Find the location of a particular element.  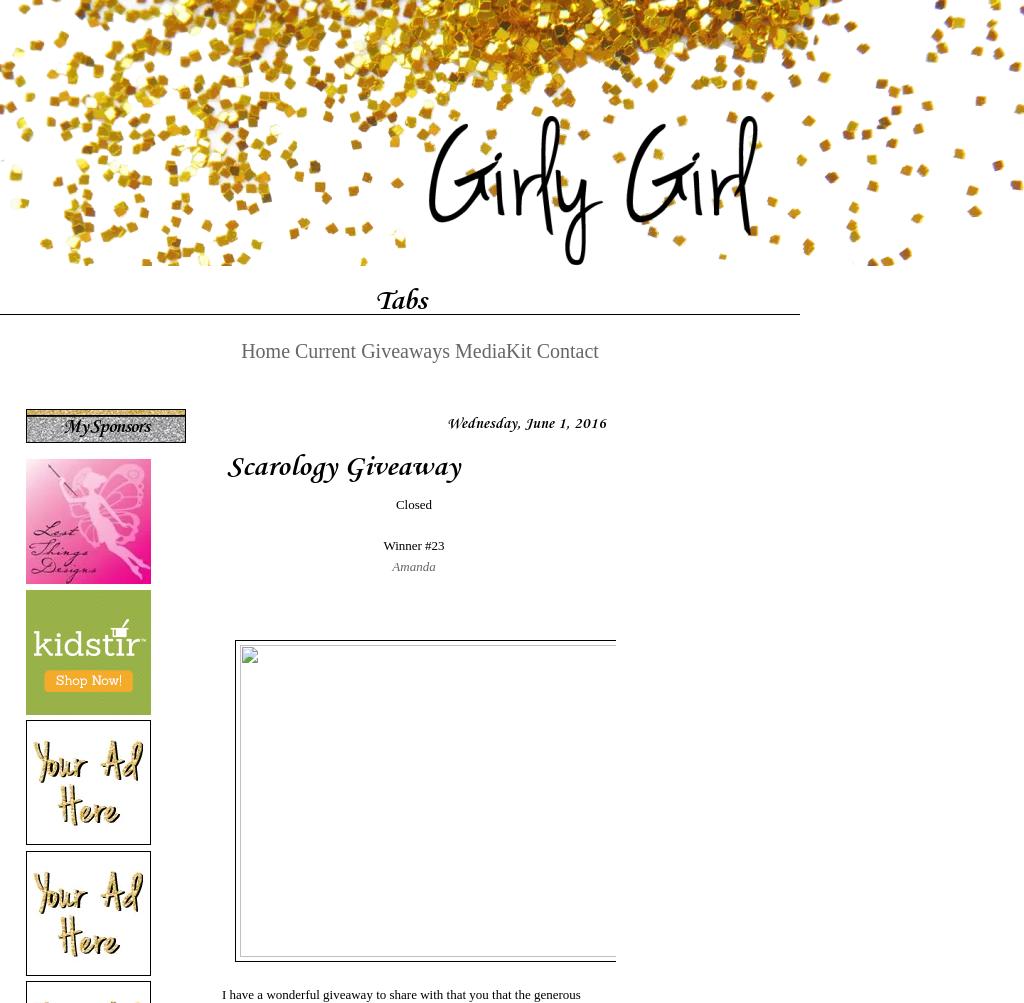

'Contact' is located at coordinates (565, 349).